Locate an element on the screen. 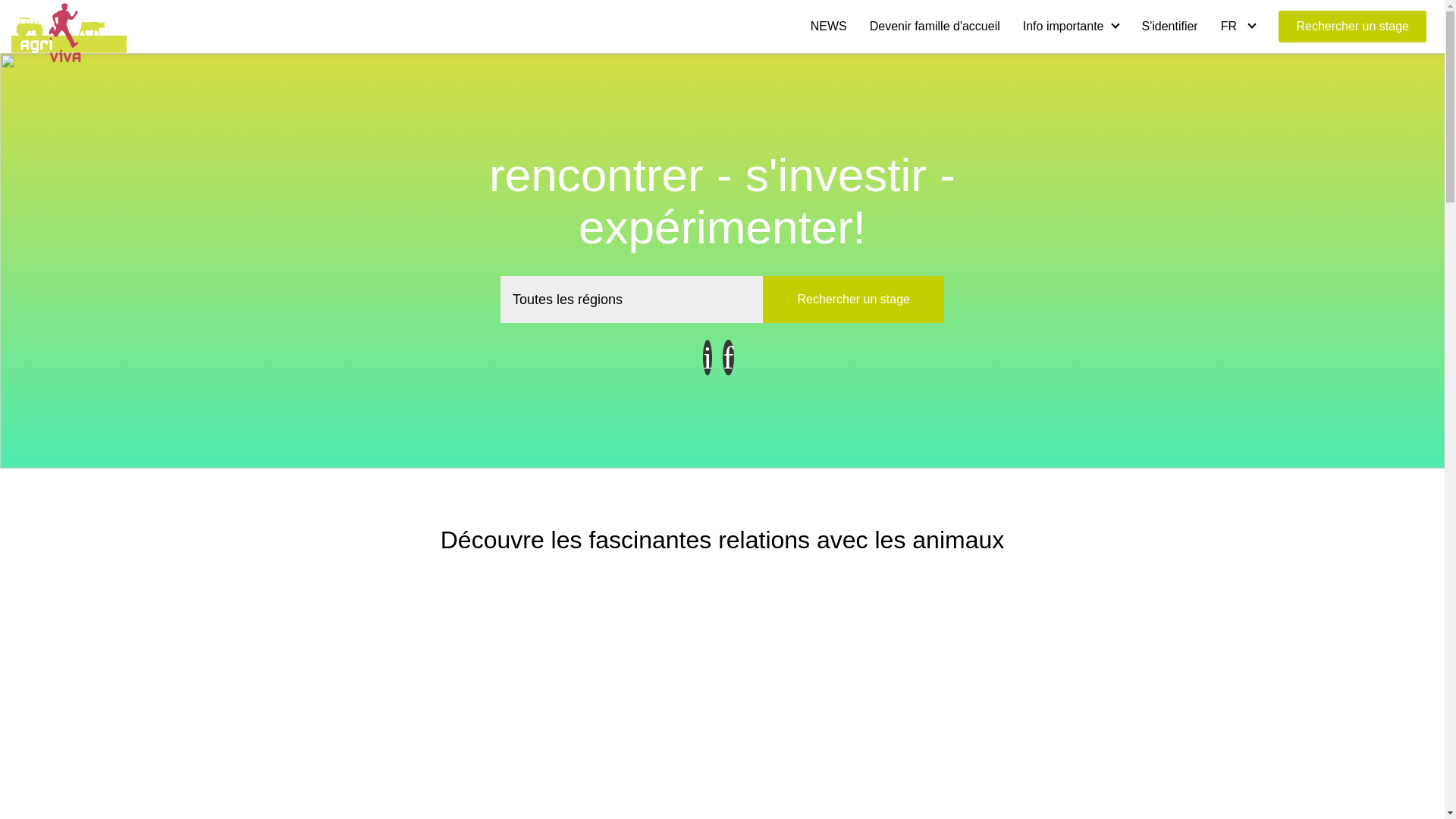 The width and height of the screenshot is (1456, 819). 'Info importante' is located at coordinates (1070, 26).